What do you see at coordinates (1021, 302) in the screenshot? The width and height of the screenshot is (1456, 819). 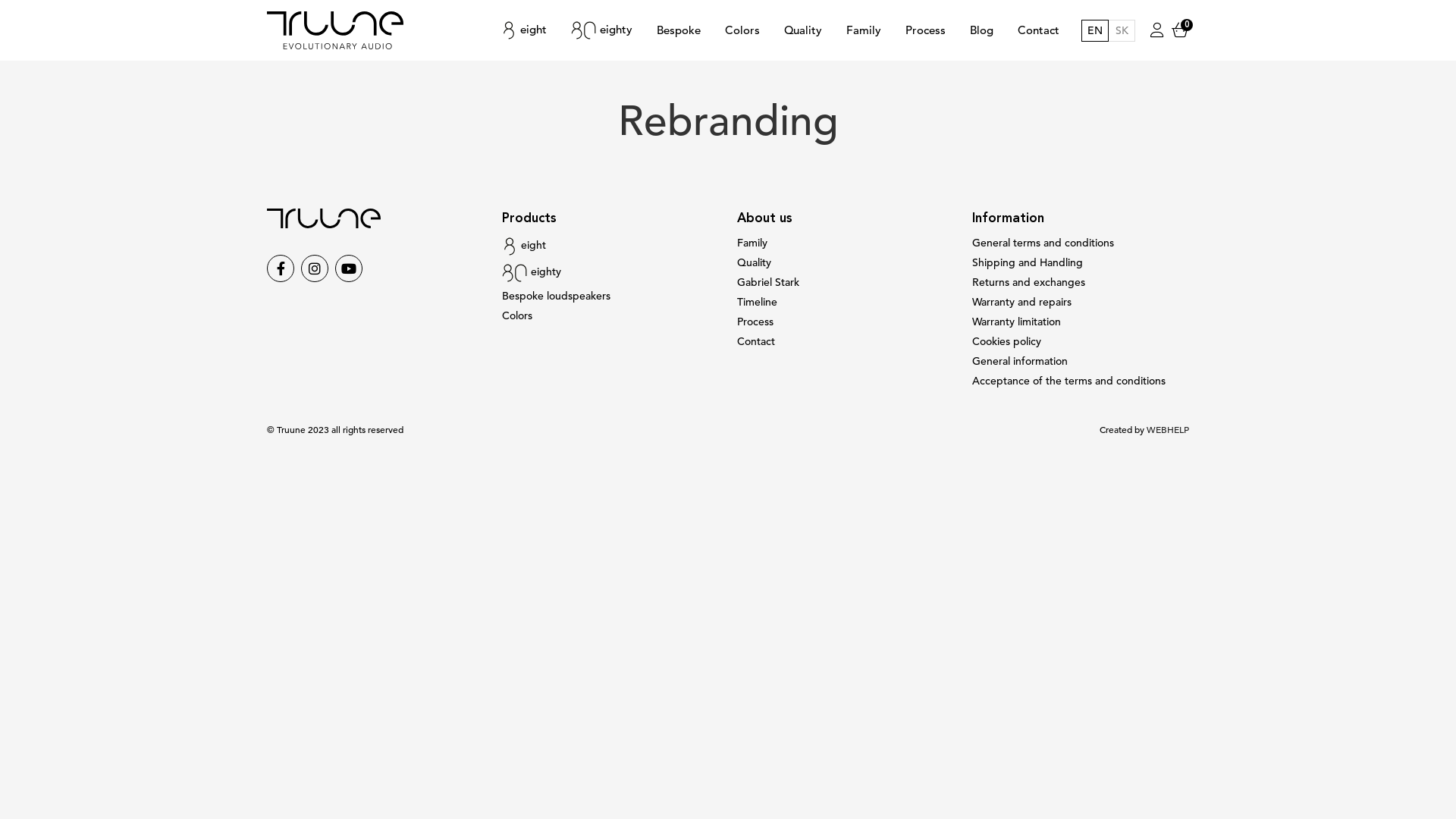 I see `'Warranty and repairs'` at bounding box center [1021, 302].